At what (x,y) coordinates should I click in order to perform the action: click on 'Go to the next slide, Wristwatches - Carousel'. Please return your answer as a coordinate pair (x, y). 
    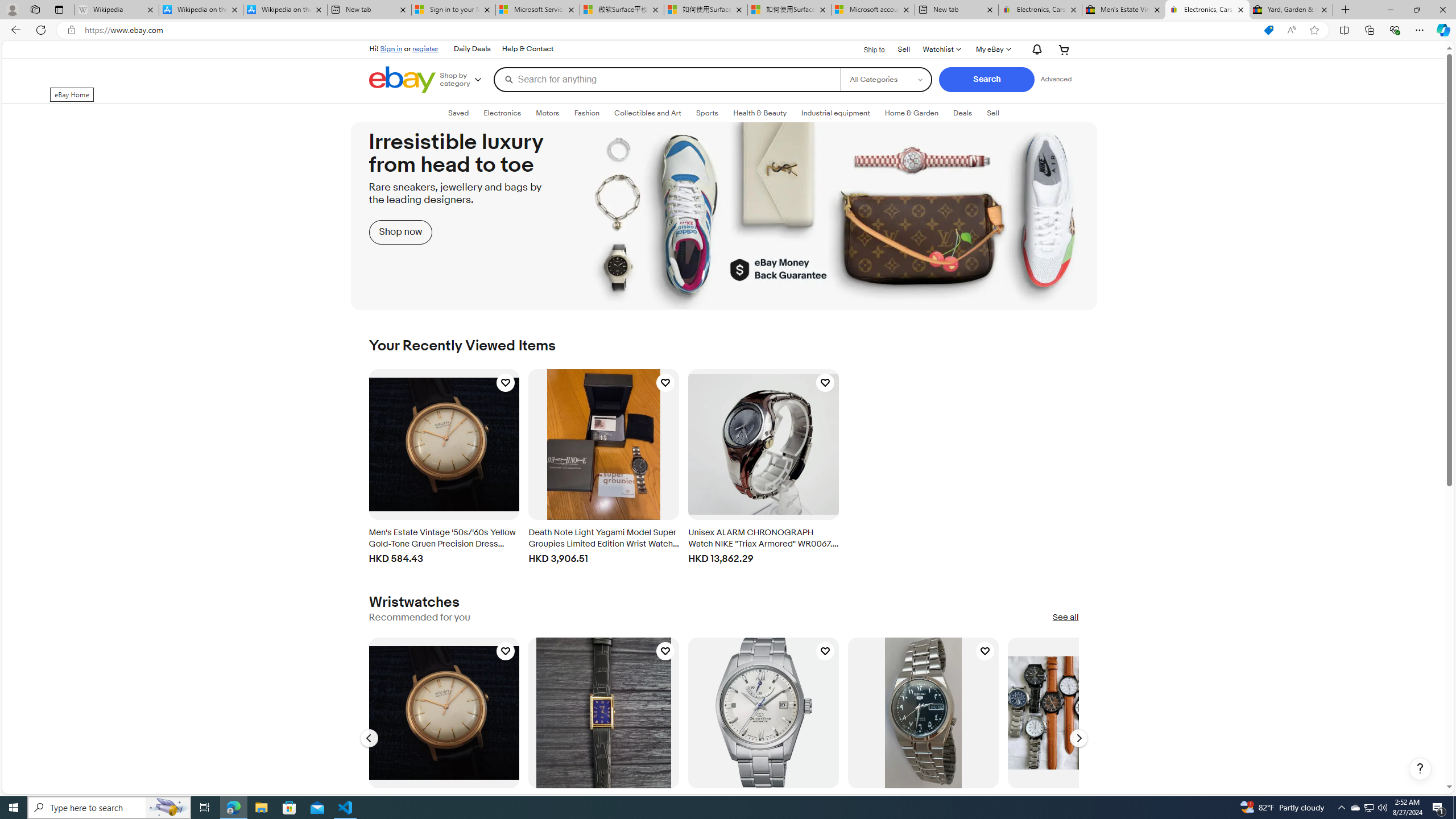
    Looking at the image, I should click on (1078, 738).